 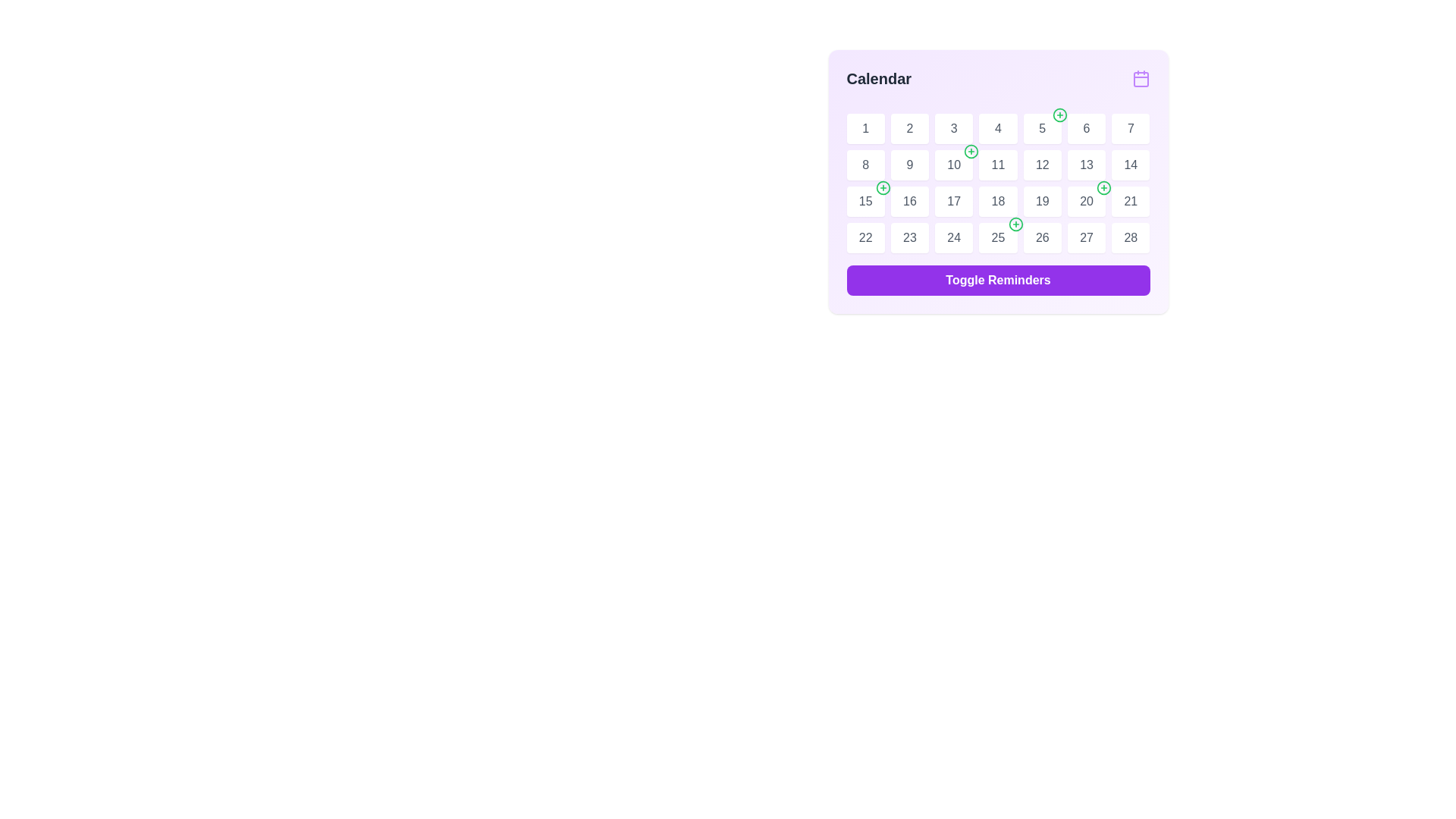 I want to click on the calendar day cell labeled '14', so click(x=1131, y=165).